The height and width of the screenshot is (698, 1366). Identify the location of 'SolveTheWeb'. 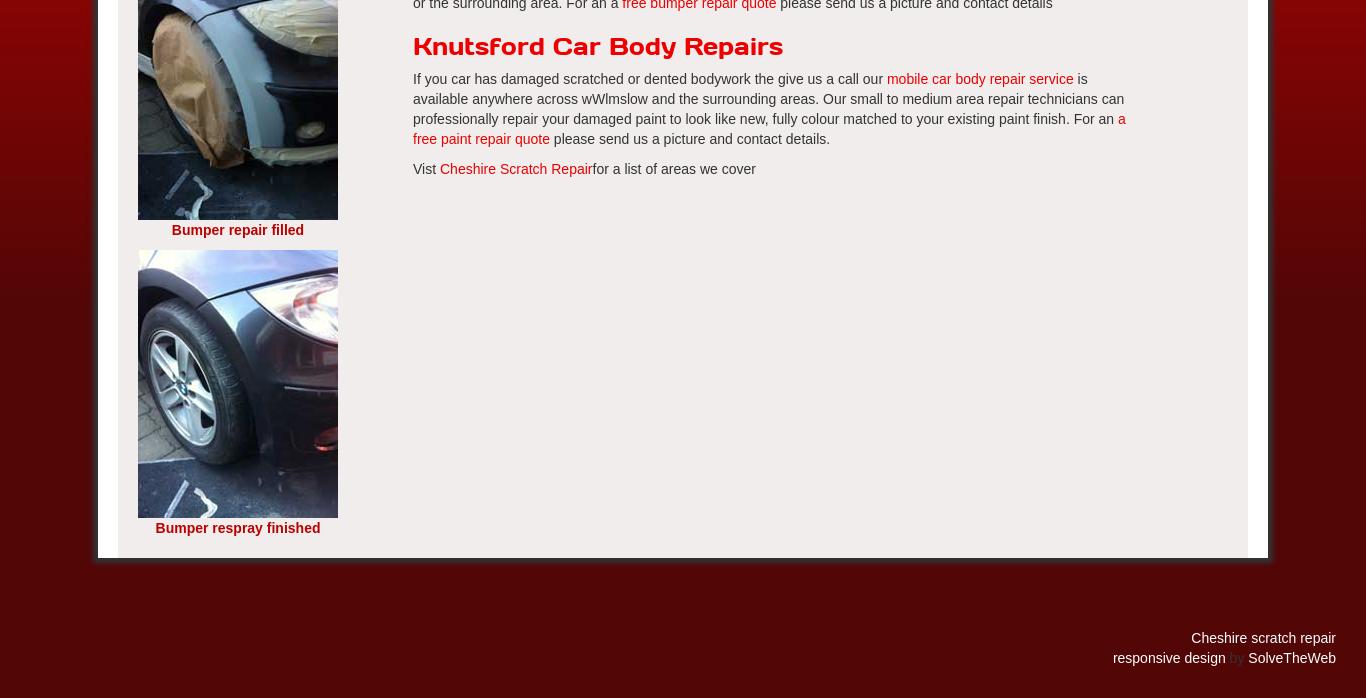
(1290, 657).